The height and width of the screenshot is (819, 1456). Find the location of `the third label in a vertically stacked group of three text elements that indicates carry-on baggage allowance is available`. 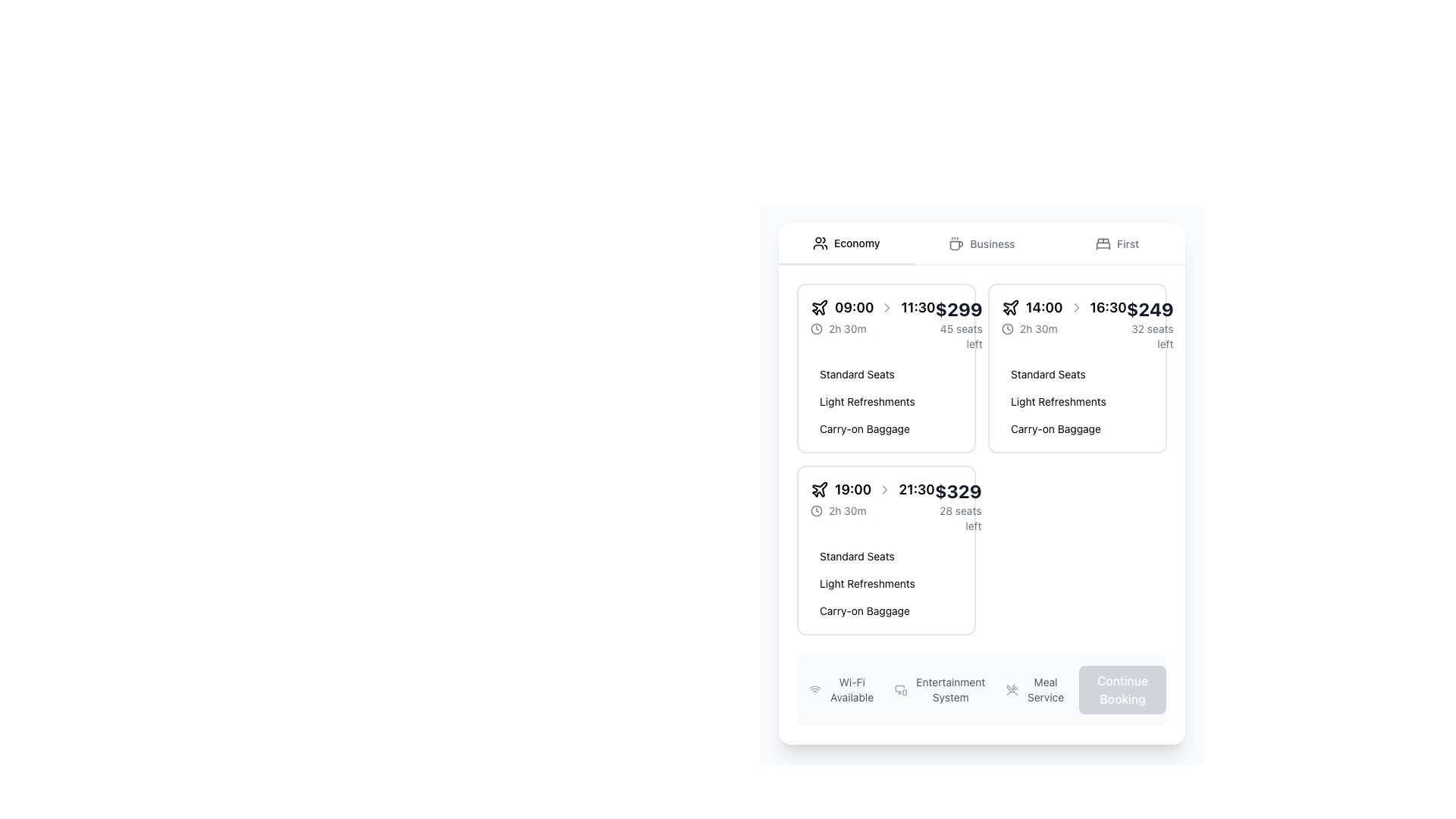

the third label in a vertically stacked group of three text elements that indicates carry-on baggage allowance is available is located at coordinates (864, 429).